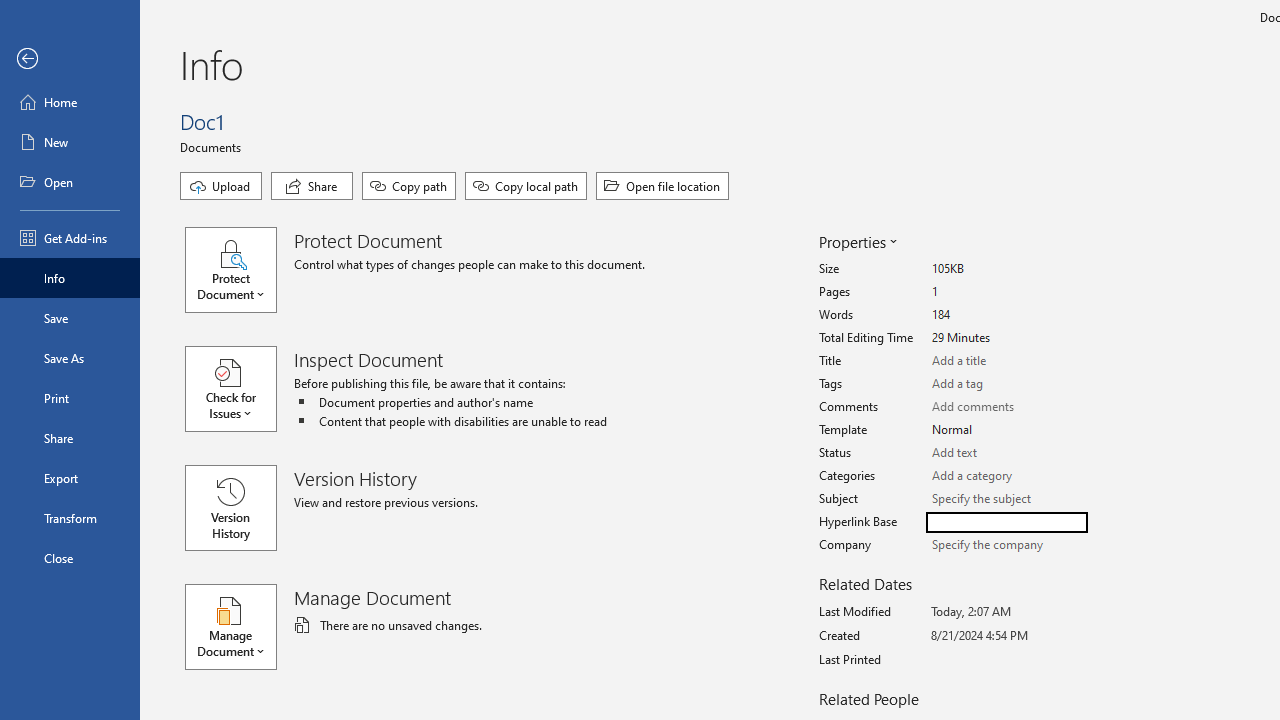 Image resolution: width=1280 pixels, height=720 pixels. What do you see at coordinates (69, 478) in the screenshot?
I see `'Export'` at bounding box center [69, 478].